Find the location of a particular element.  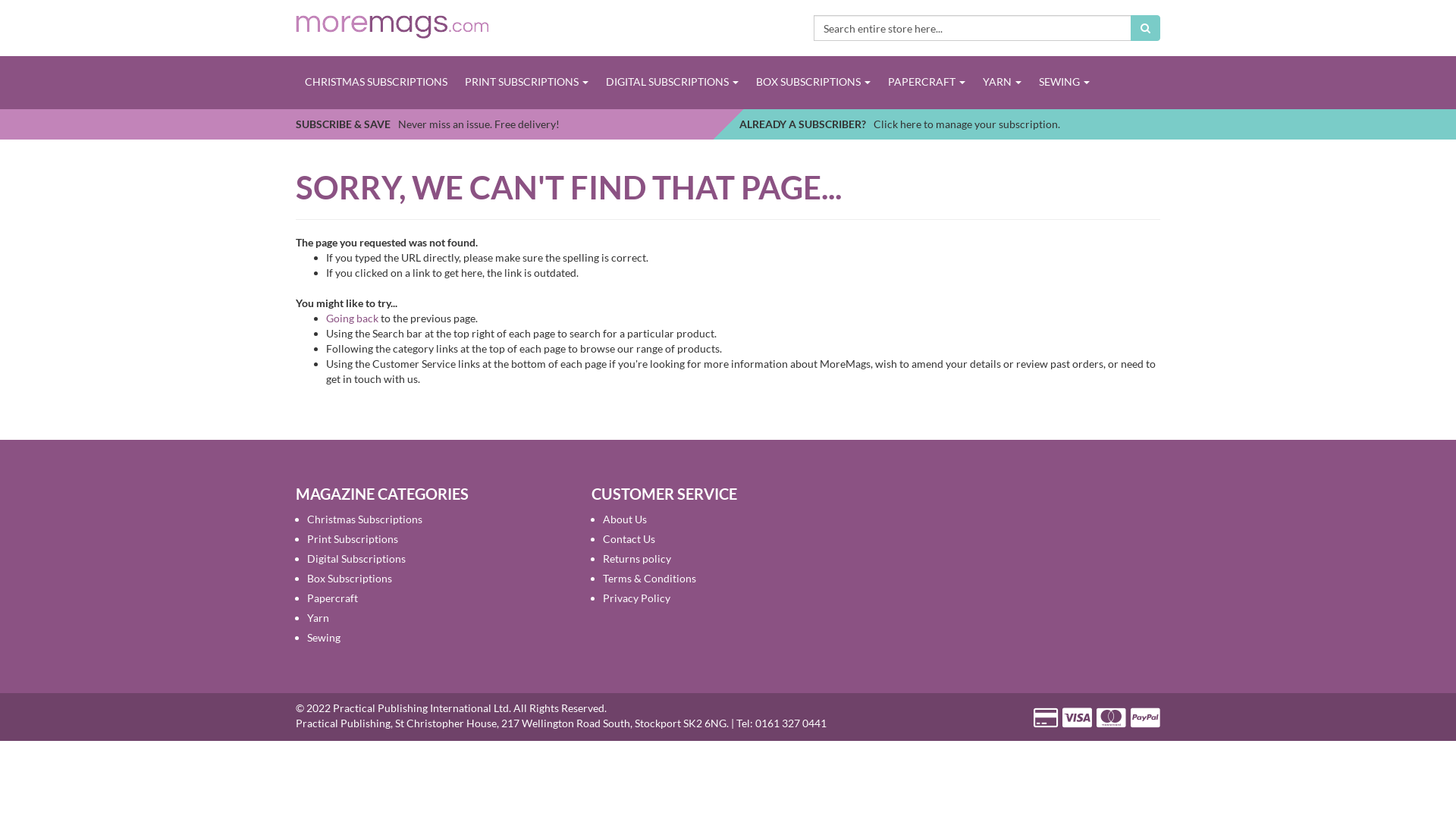

'Papercraft' is located at coordinates (306, 597).